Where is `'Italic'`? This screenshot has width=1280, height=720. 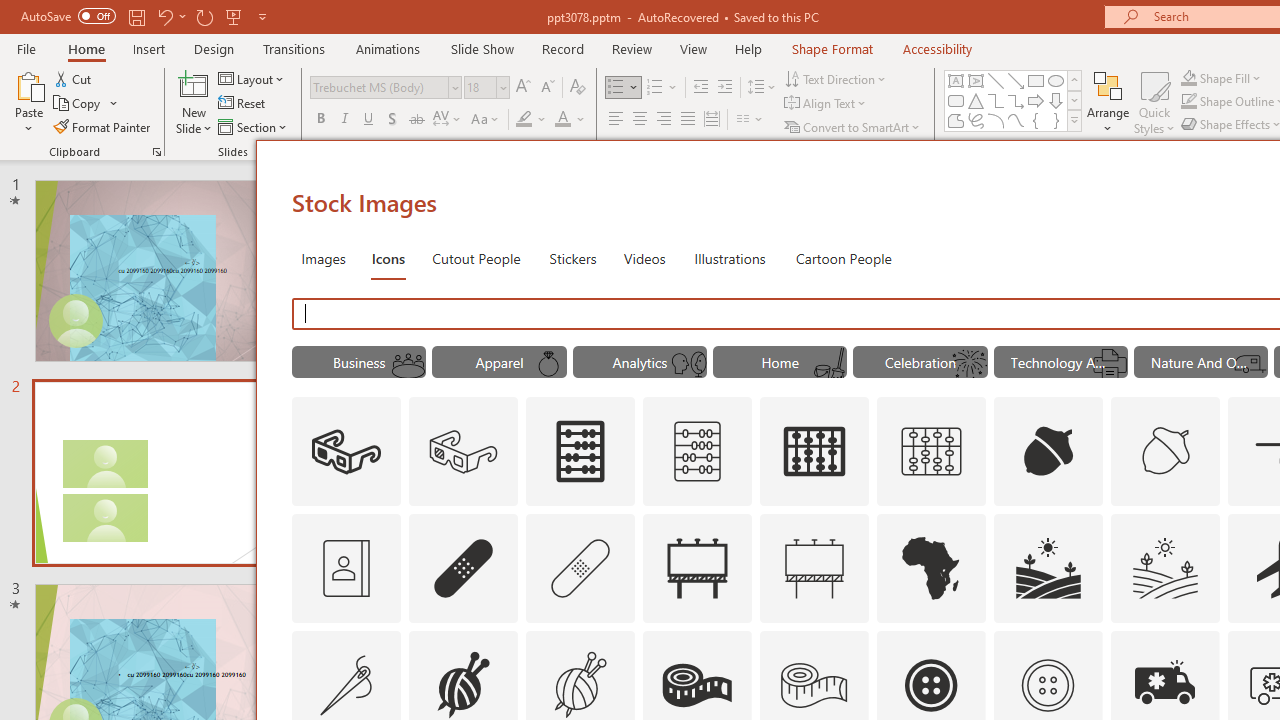 'Italic' is located at coordinates (344, 119).